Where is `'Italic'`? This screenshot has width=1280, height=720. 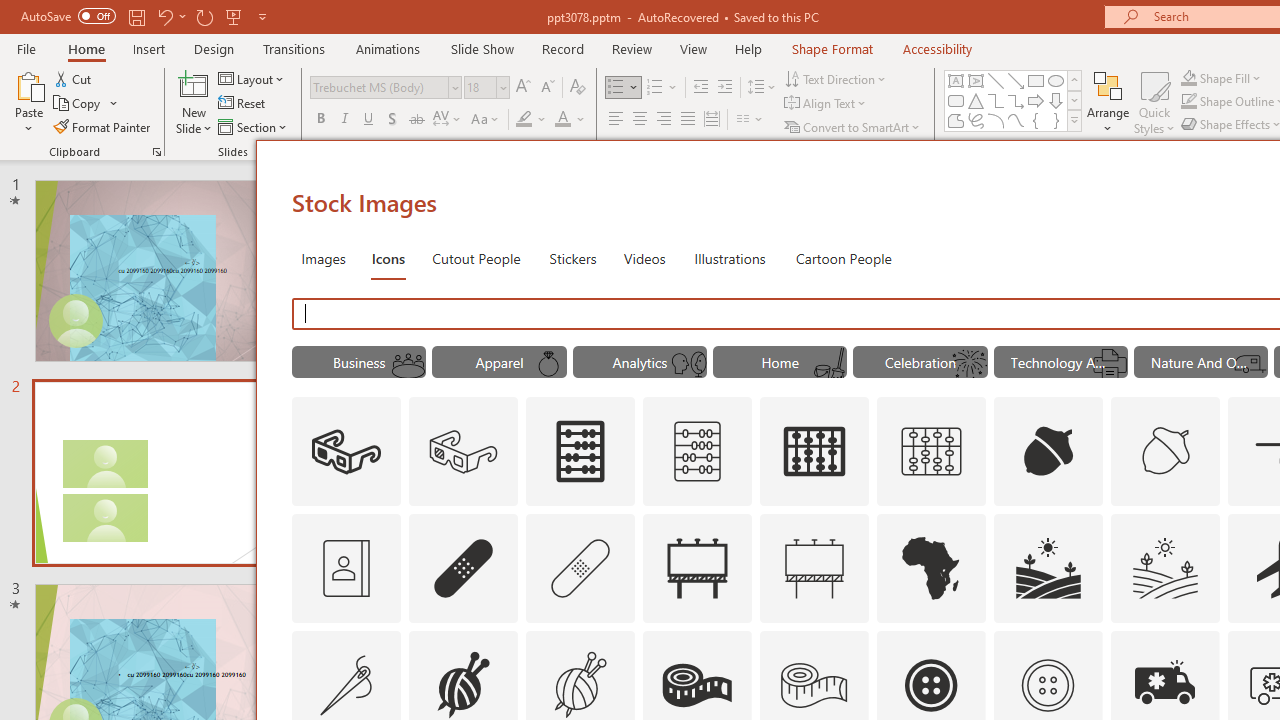 'Italic' is located at coordinates (344, 119).